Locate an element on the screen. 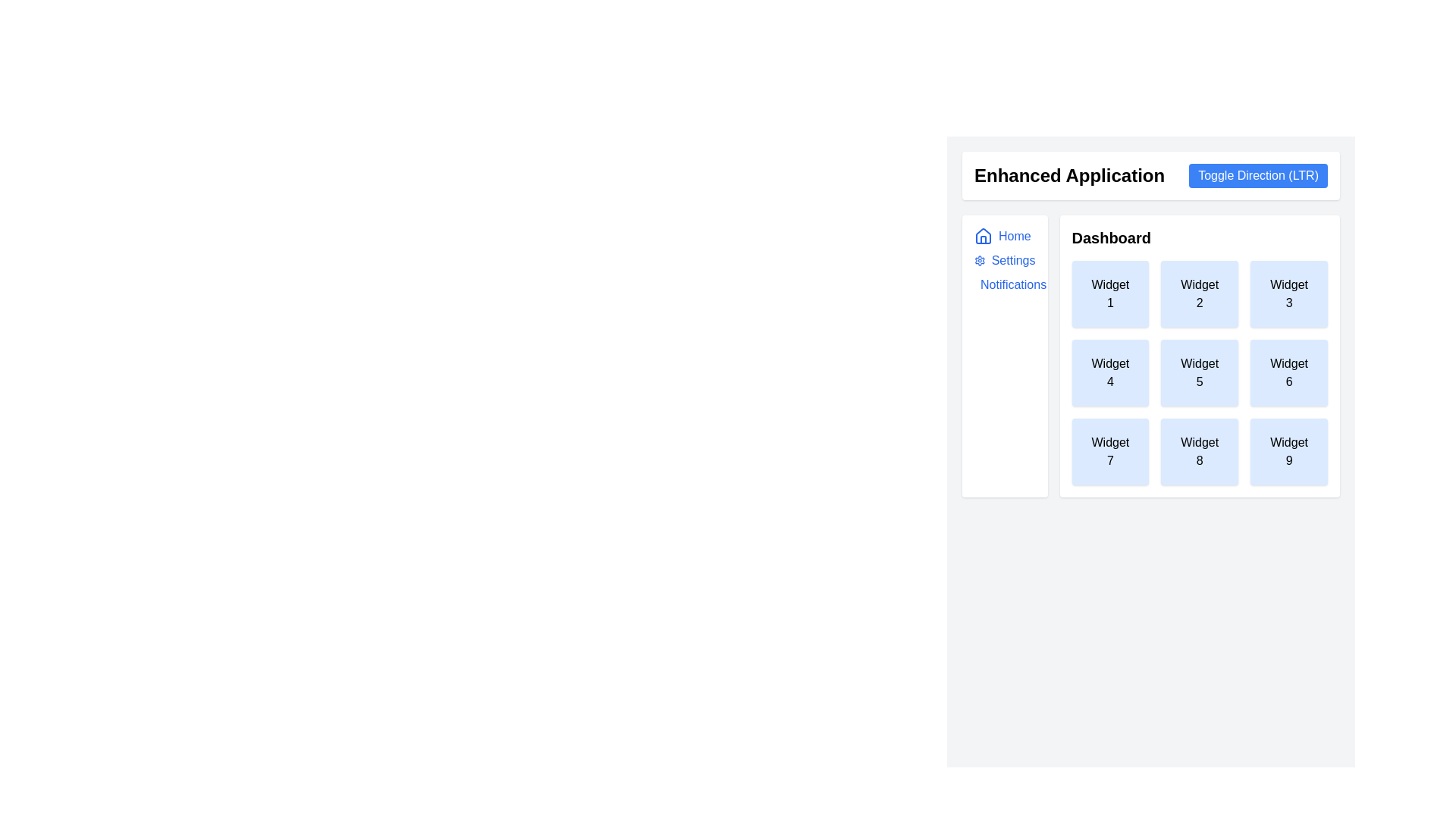 This screenshot has width=1456, height=819. the first labeled widget in the 'Dashboard' grid layout located at the top-left corner of the grid is located at coordinates (1110, 294).